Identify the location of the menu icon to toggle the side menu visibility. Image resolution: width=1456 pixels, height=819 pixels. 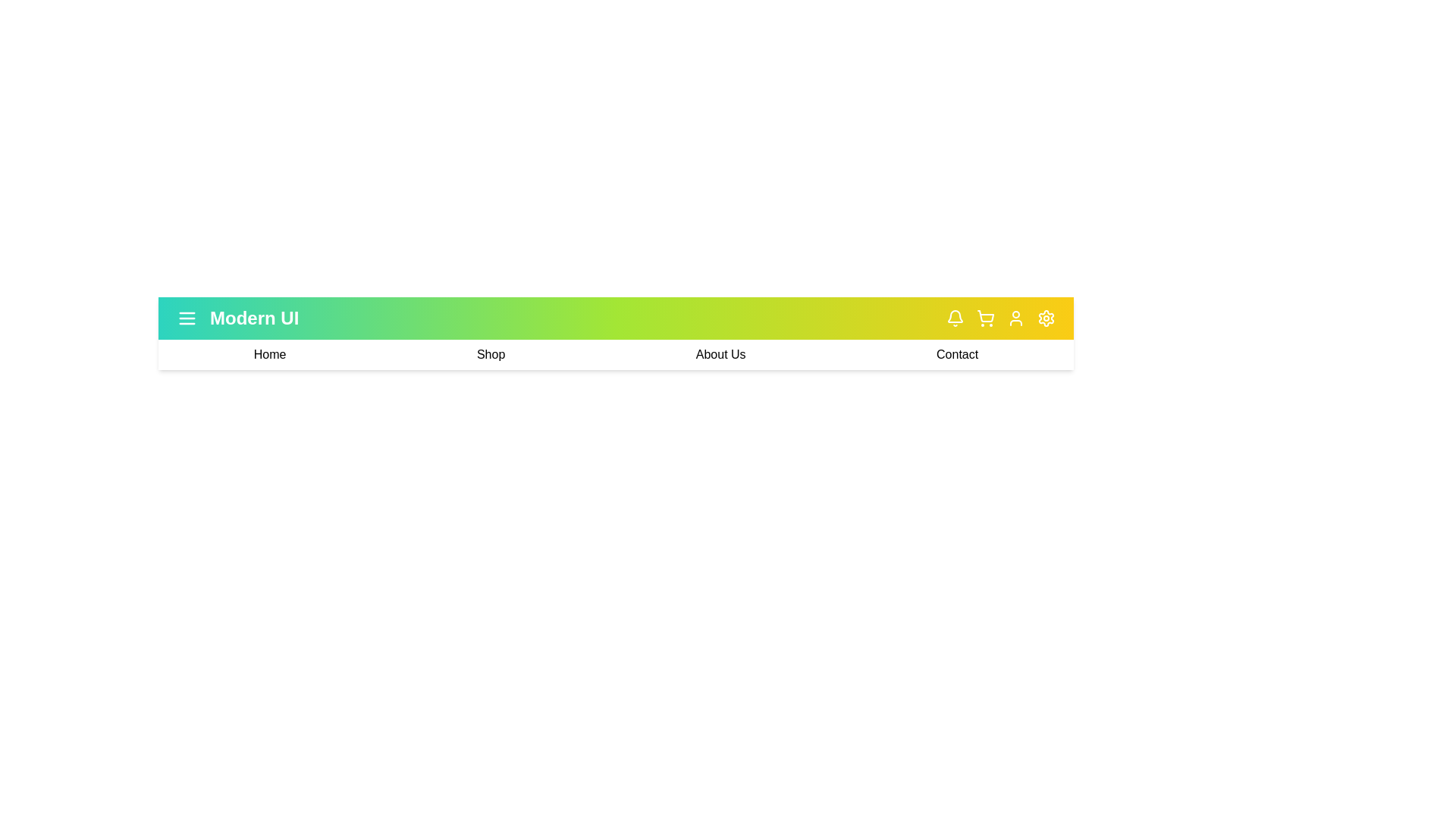
(186, 318).